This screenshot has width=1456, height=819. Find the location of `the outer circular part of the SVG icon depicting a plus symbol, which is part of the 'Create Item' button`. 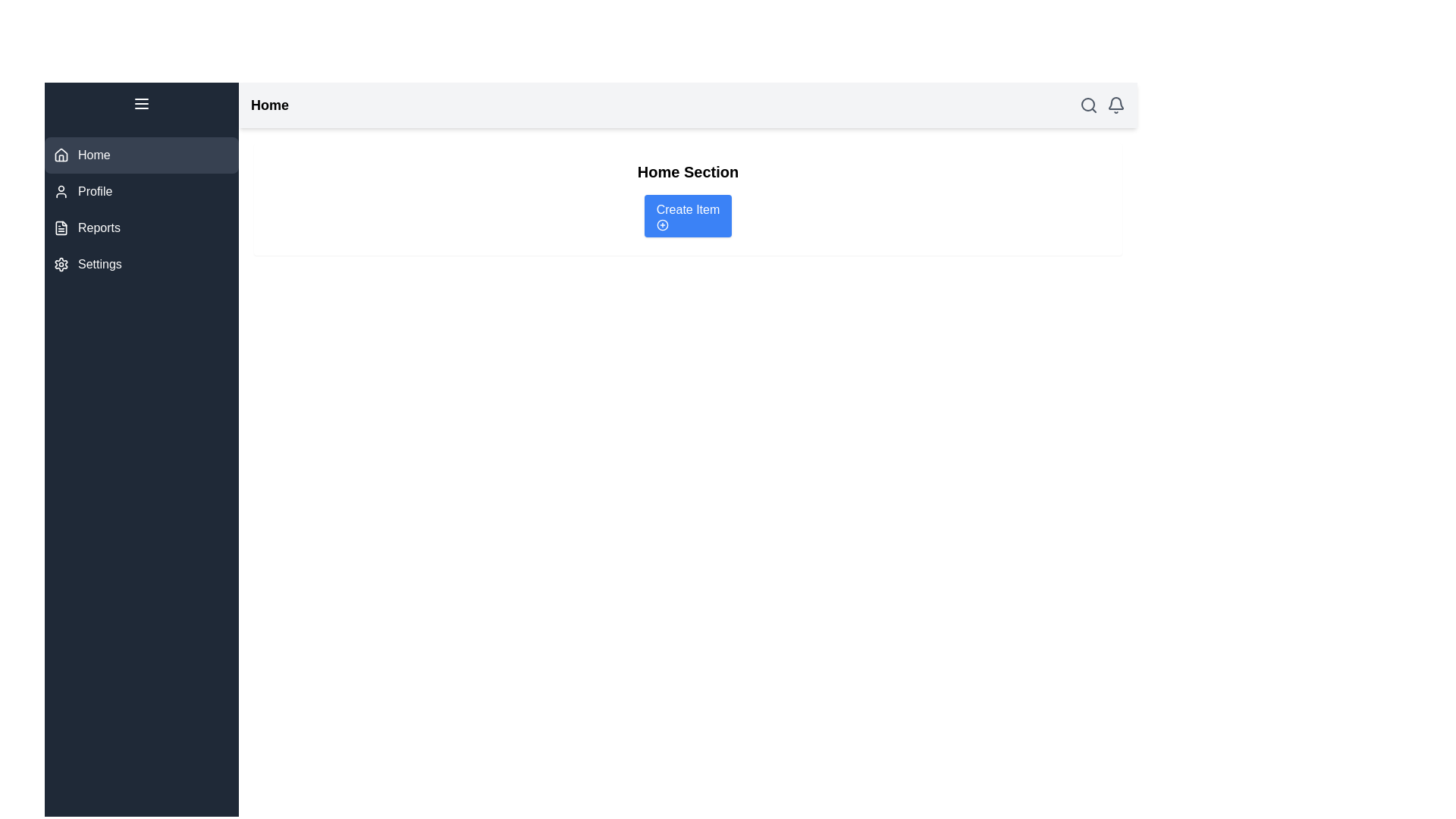

the outer circular part of the SVG icon depicting a plus symbol, which is part of the 'Create Item' button is located at coordinates (662, 225).